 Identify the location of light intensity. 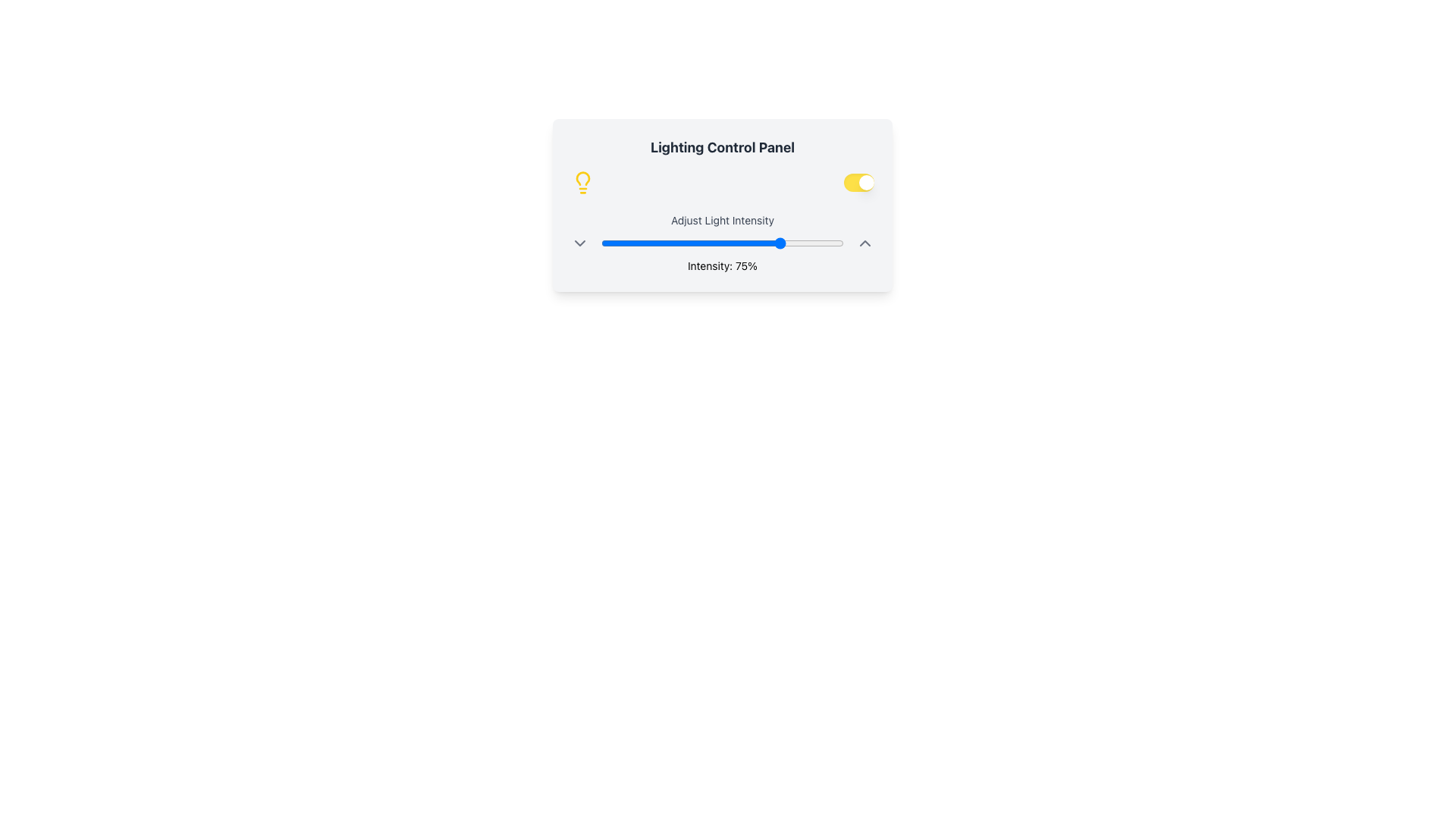
(838, 242).